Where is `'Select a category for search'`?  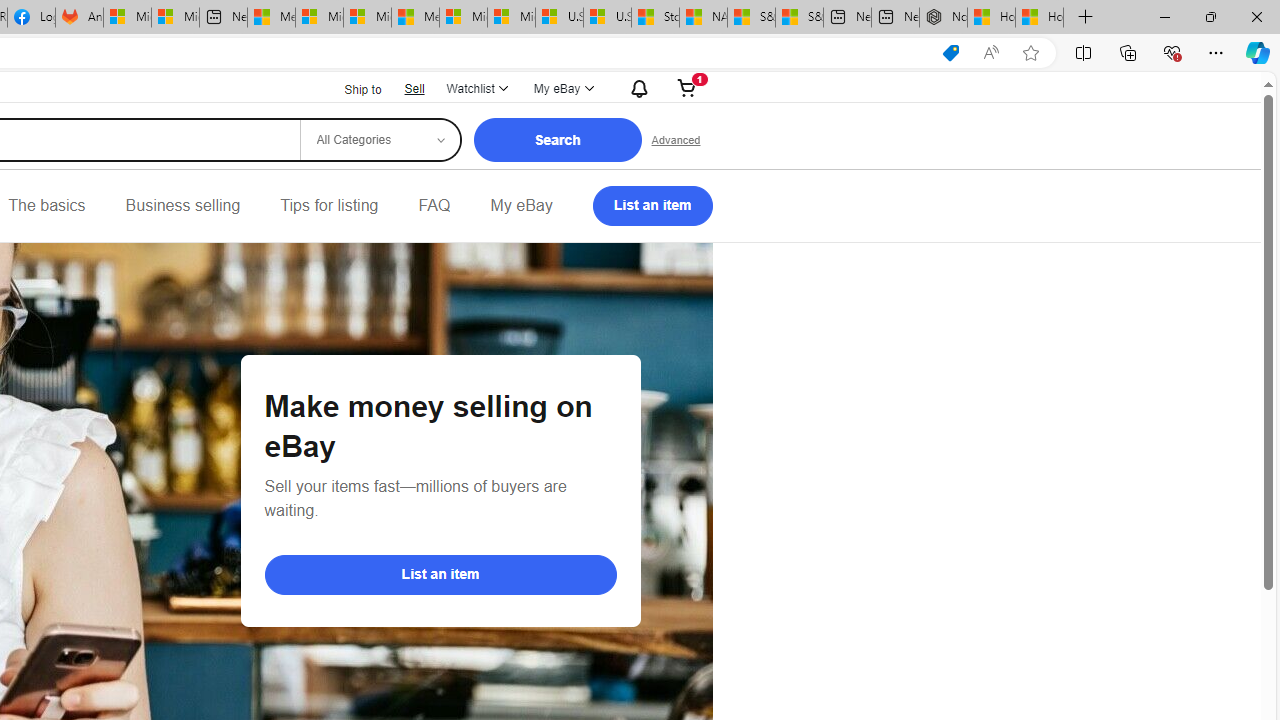 'Select a category for search' is located at coordinates (379, 139).